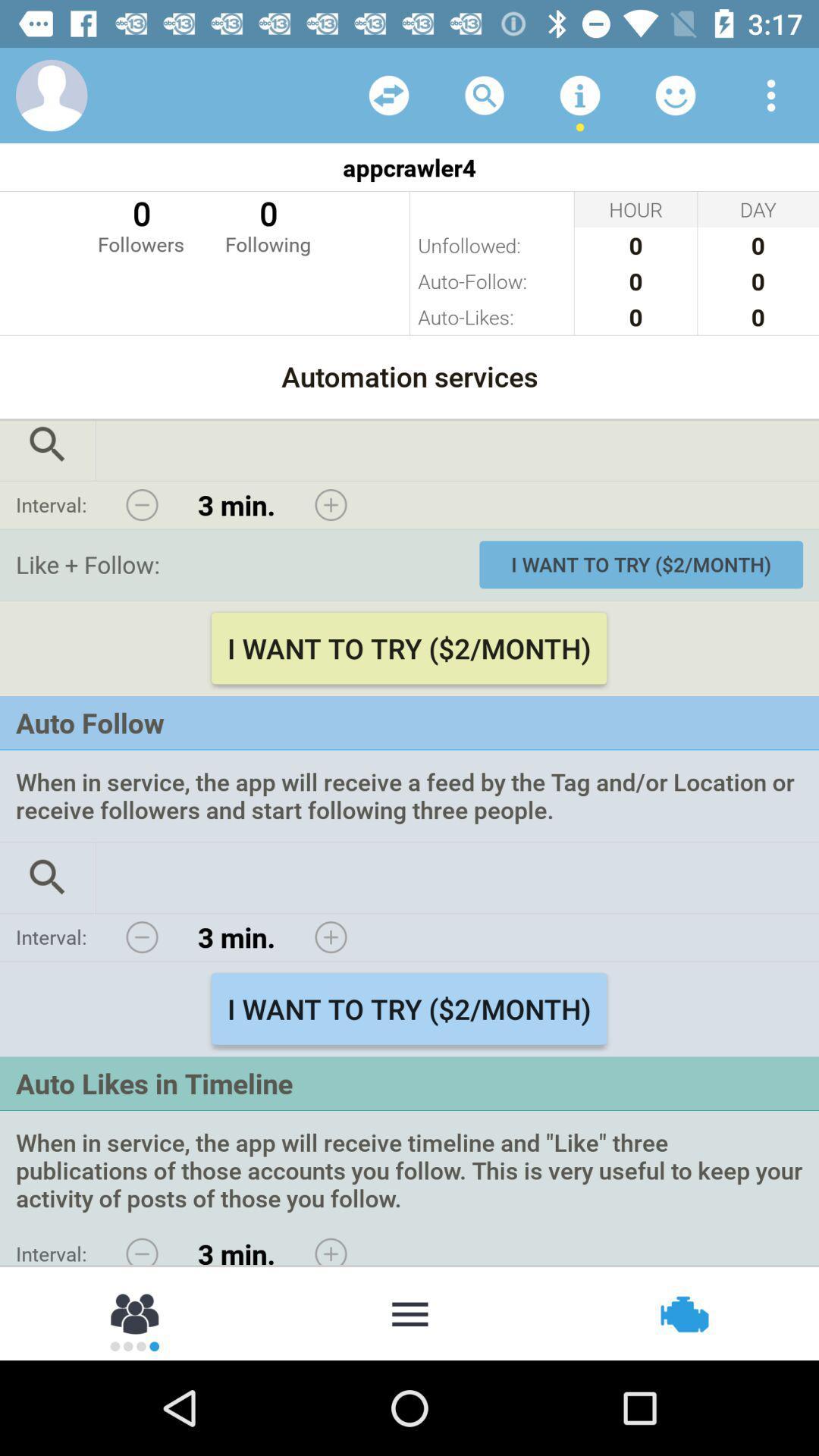 The height and width of the screenshot is (1456, 819). What do you see at coordinates (51, 94) in the screenshot?
I see `item above the appcrawler4 item` at bounding box center [51, 94].